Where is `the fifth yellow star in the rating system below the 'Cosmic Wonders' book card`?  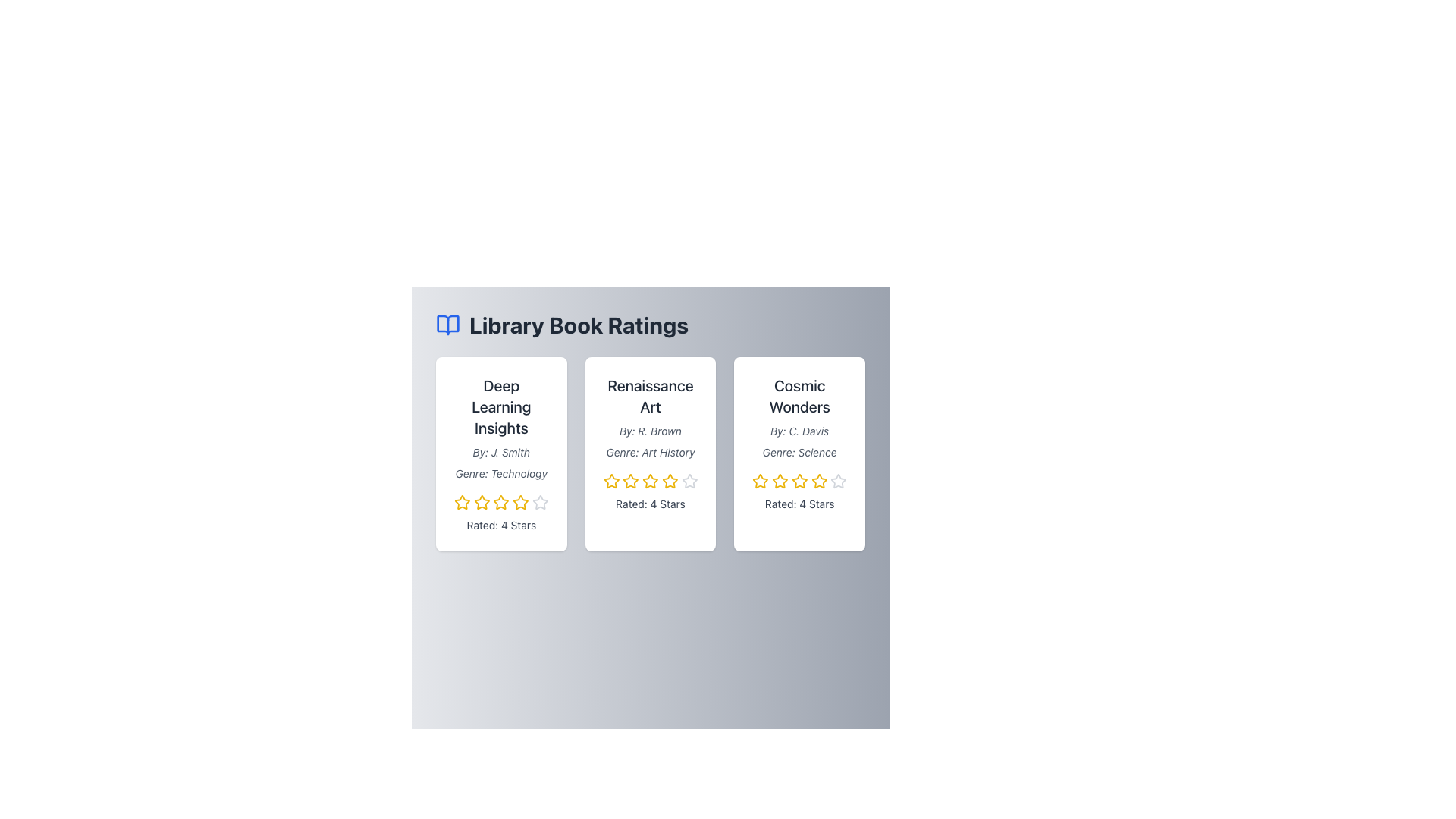
the fifth yellow star in the rating system below the 'Cosmic Wonders' book card is located at coordinates (818, 482).